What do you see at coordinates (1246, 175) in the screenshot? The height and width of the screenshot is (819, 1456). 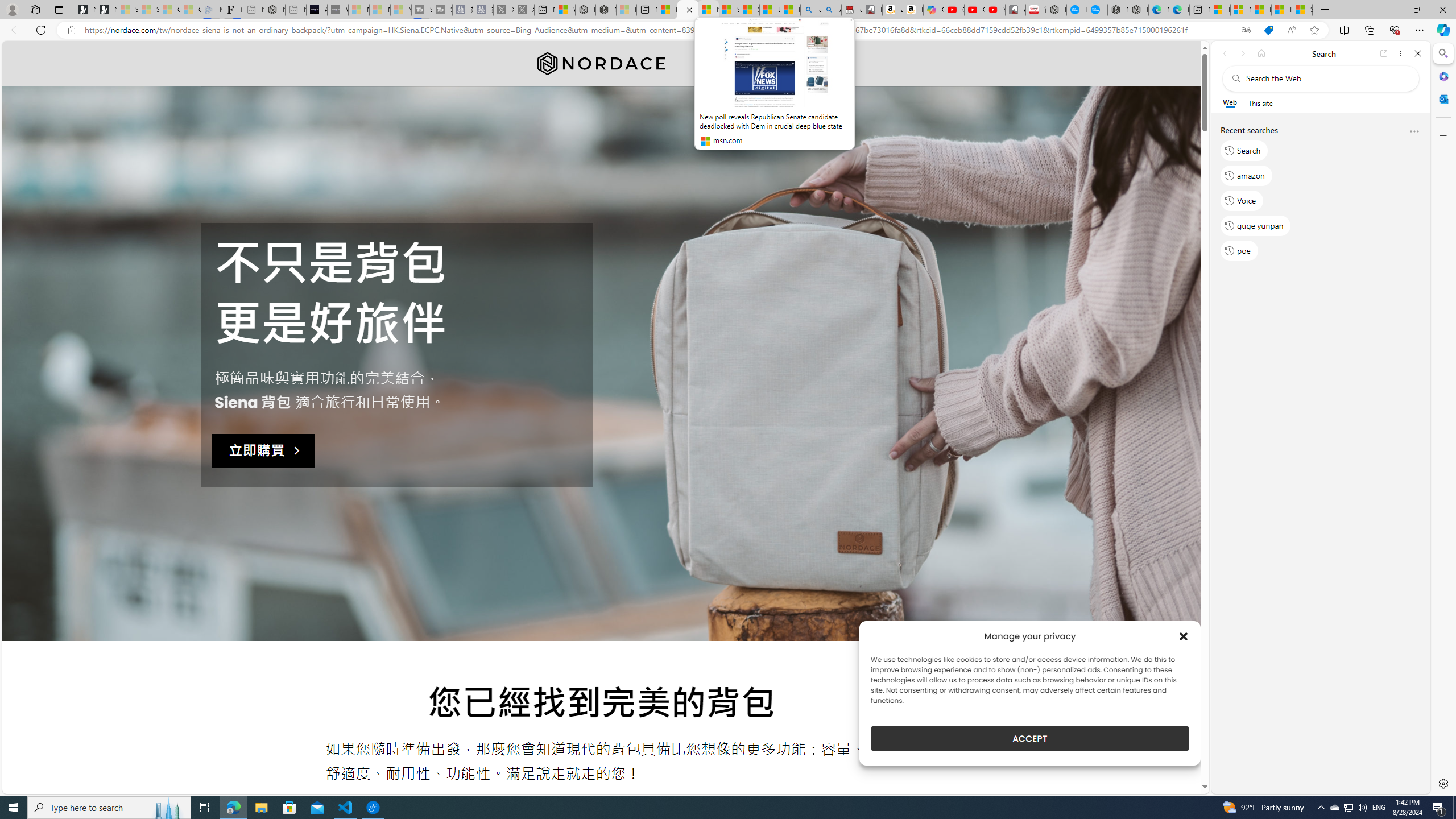 I see `'amazon'` at bounding box center [1246, 175].